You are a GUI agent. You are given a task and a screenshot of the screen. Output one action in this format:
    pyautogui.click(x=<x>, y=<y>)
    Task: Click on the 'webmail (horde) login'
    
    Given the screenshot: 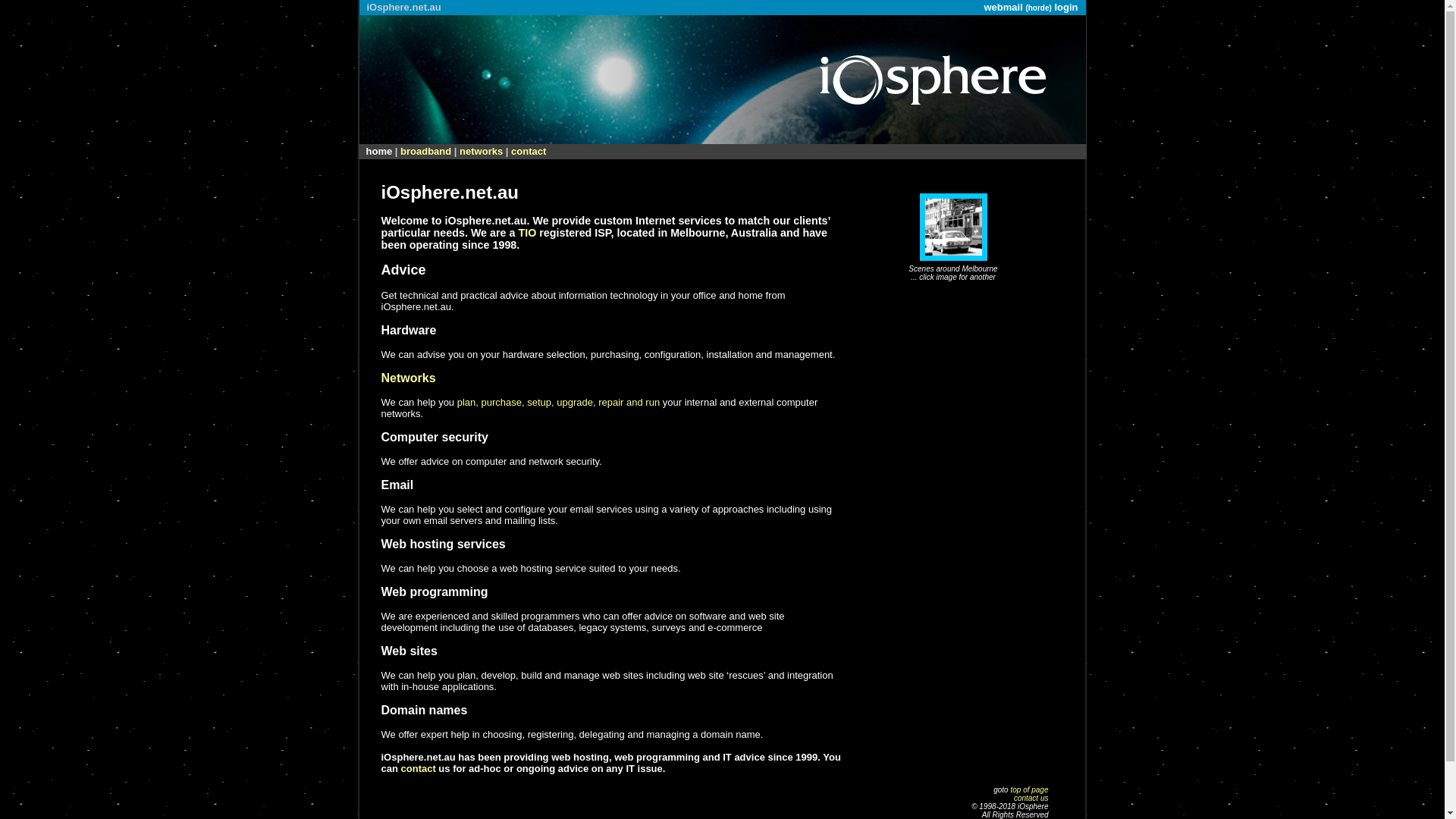 What is the action you would take?
    pyautogui.click(x=1030, y=7)
    